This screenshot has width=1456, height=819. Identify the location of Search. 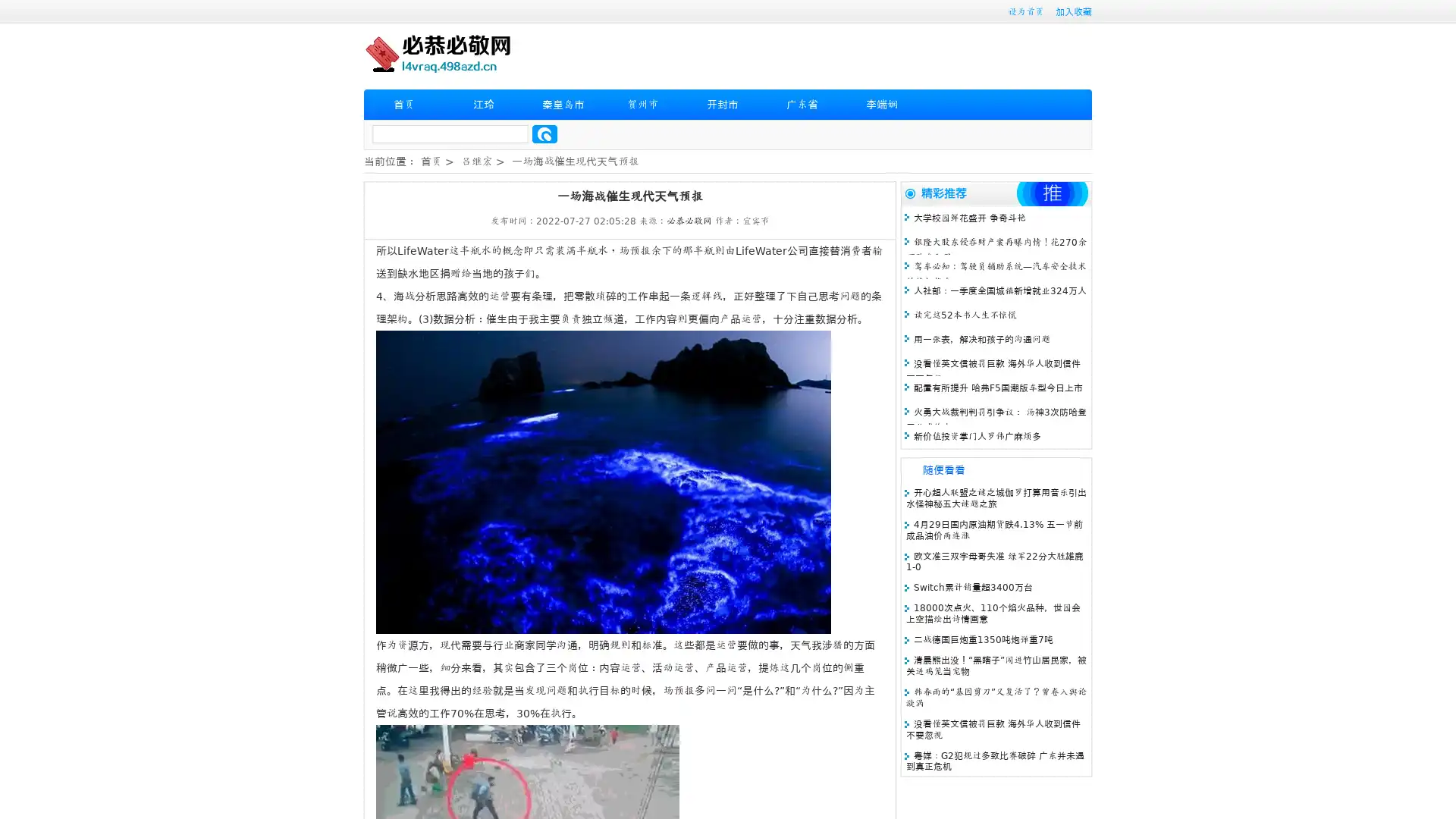
(544, 133).